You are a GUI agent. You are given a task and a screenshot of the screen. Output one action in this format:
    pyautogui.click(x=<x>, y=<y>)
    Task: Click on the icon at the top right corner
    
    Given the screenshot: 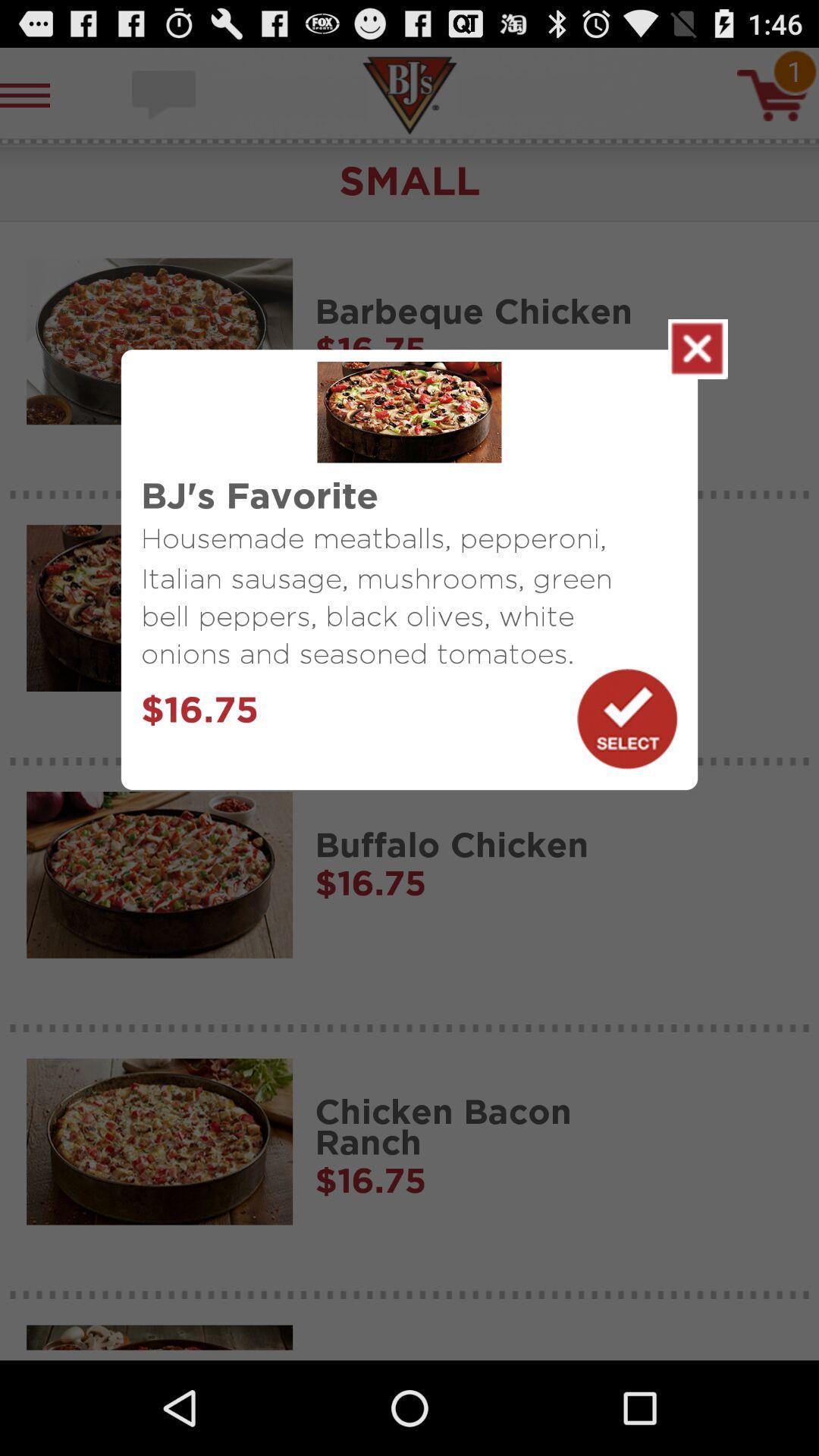 What is the action you would take?
    pyautogui.click(x=698, y=348)
    